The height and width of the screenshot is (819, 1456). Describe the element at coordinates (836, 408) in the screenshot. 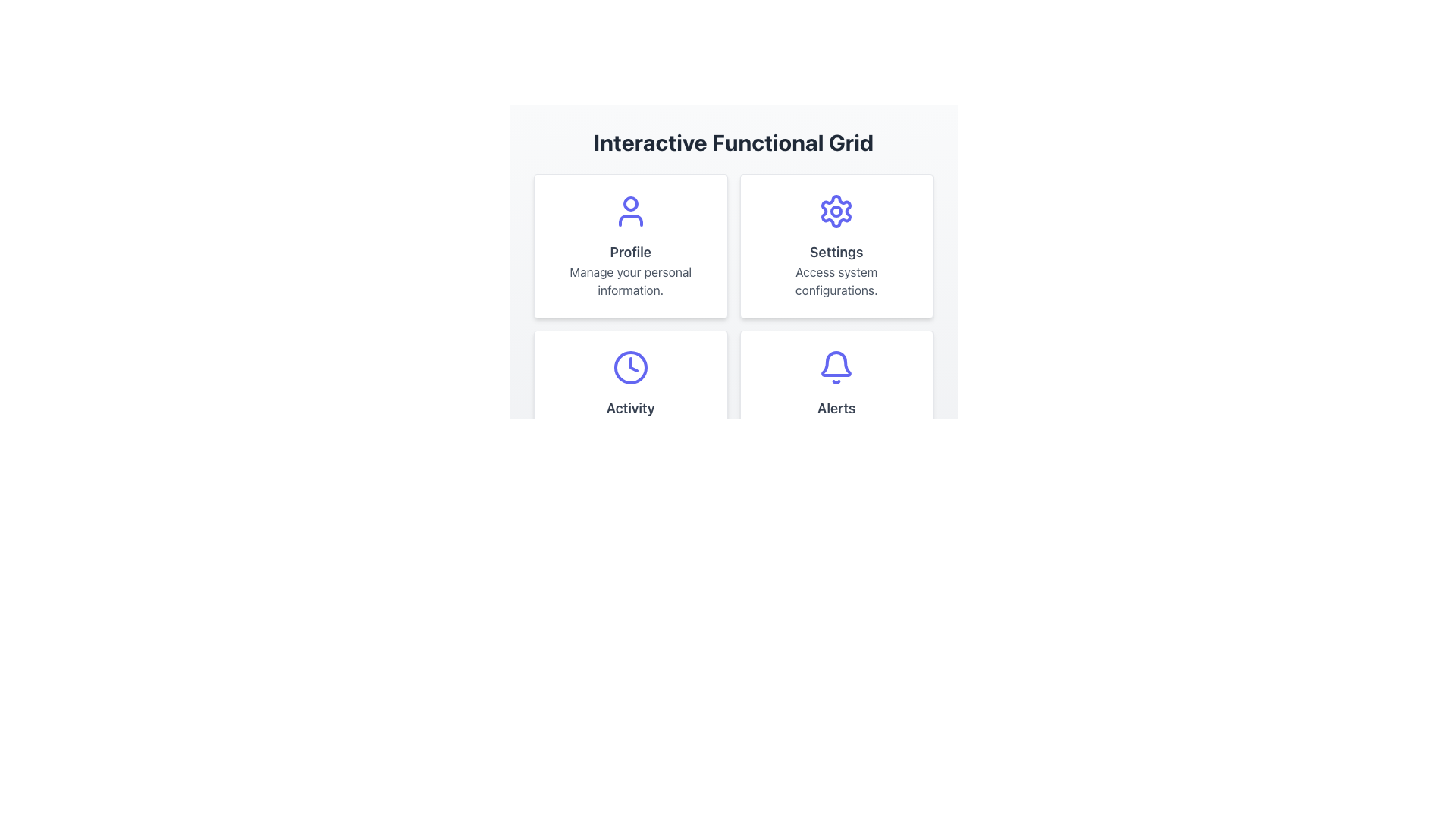

I see `the 'Alerts' descriptive label located in the lower-right box of the four-tile grid, which is centrally aligned below the bell icon` at that location.